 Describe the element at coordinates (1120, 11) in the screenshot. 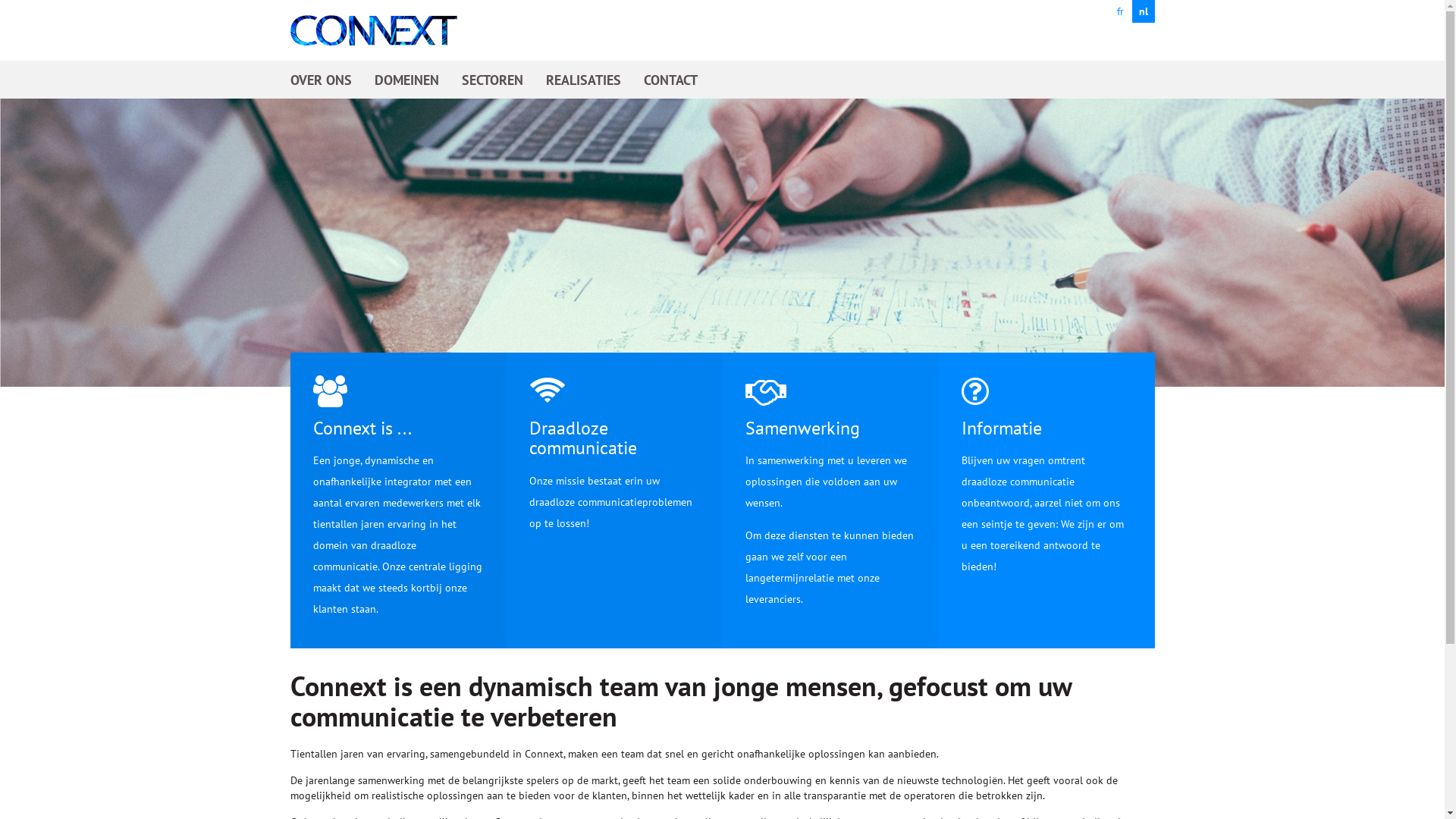

I see `'fr'` at that location.